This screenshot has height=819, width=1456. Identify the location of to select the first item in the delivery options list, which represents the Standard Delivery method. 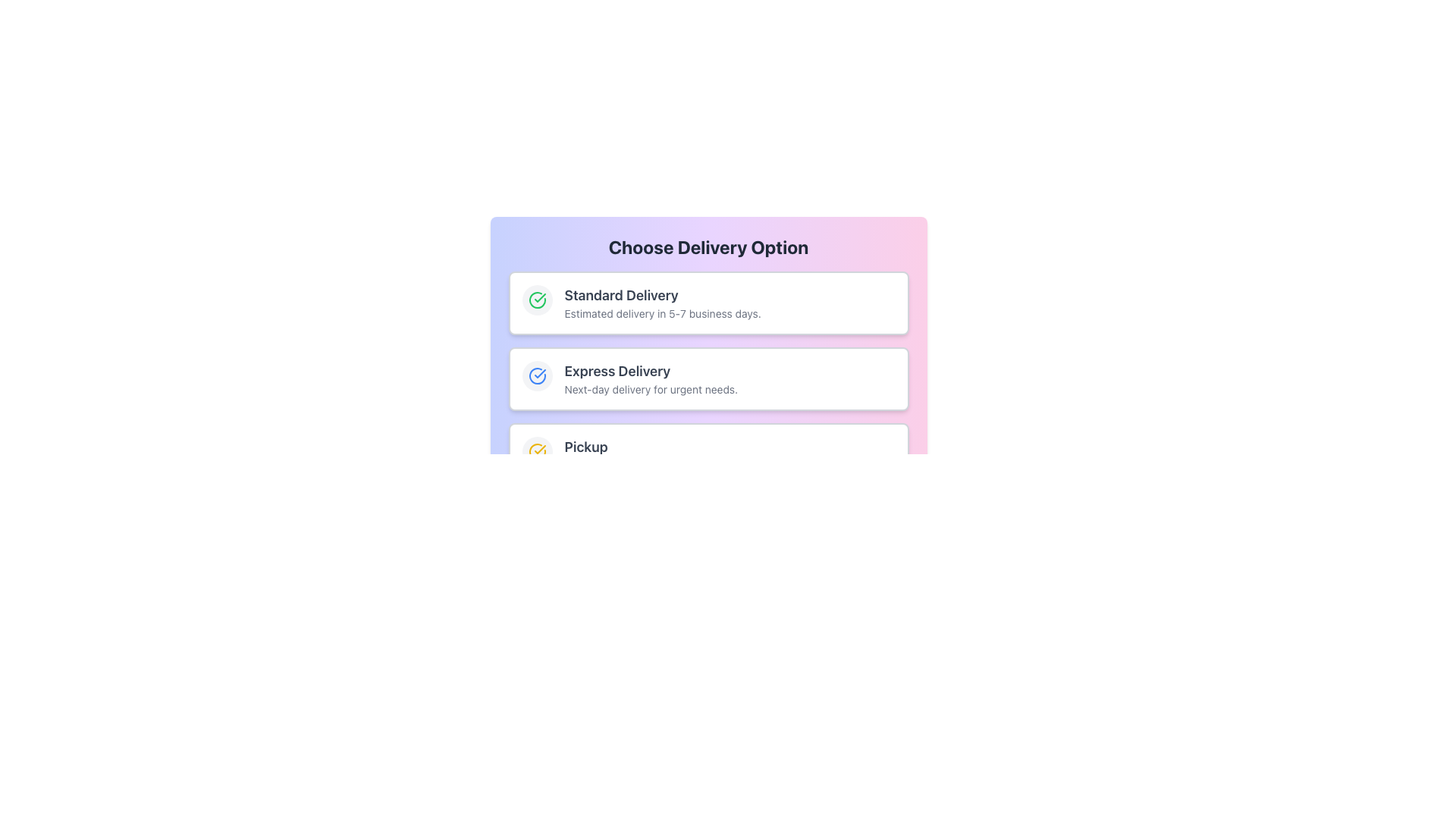
(708, 303).